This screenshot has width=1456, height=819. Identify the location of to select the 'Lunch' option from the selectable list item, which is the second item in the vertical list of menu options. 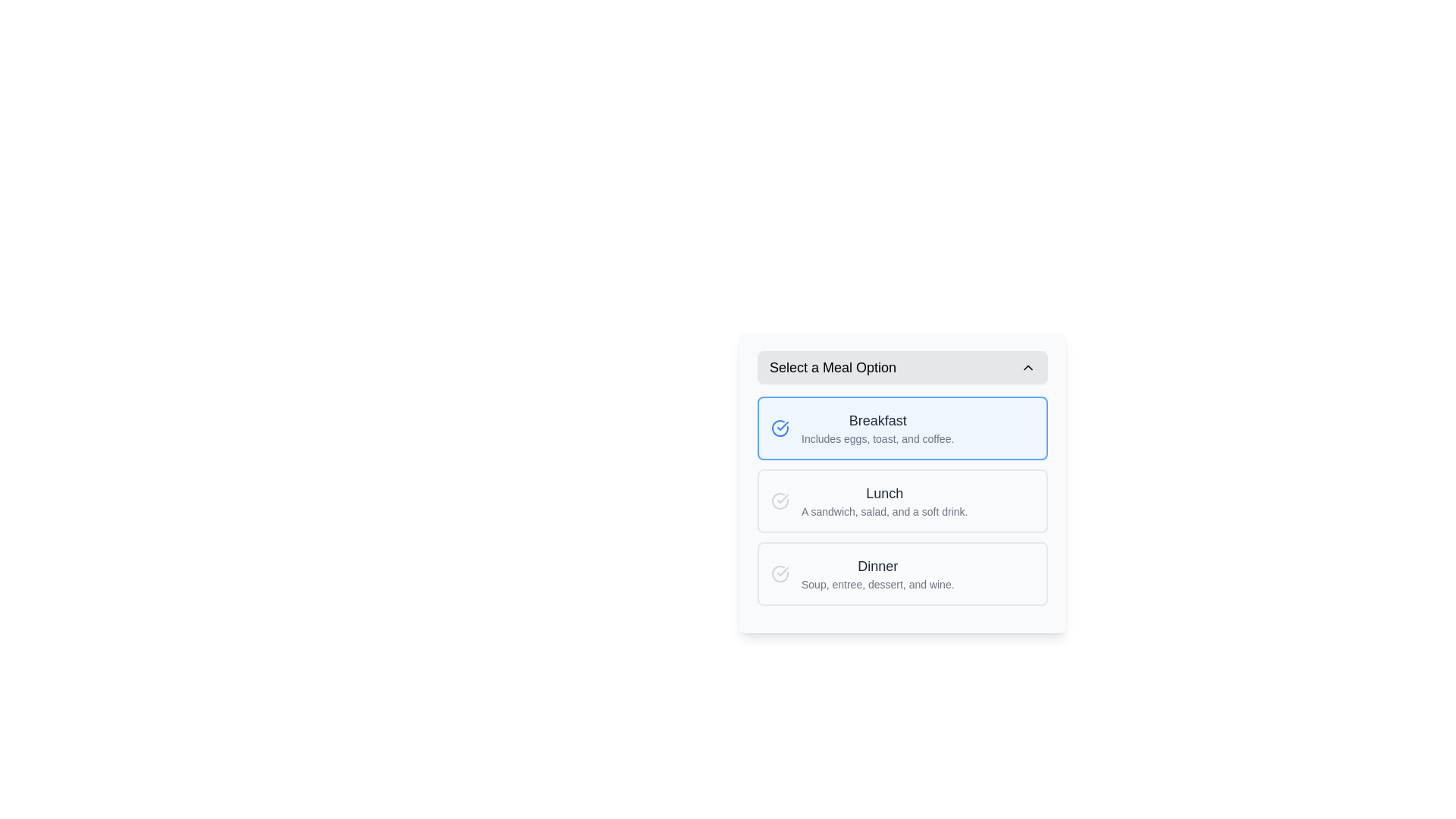
(902, 500).